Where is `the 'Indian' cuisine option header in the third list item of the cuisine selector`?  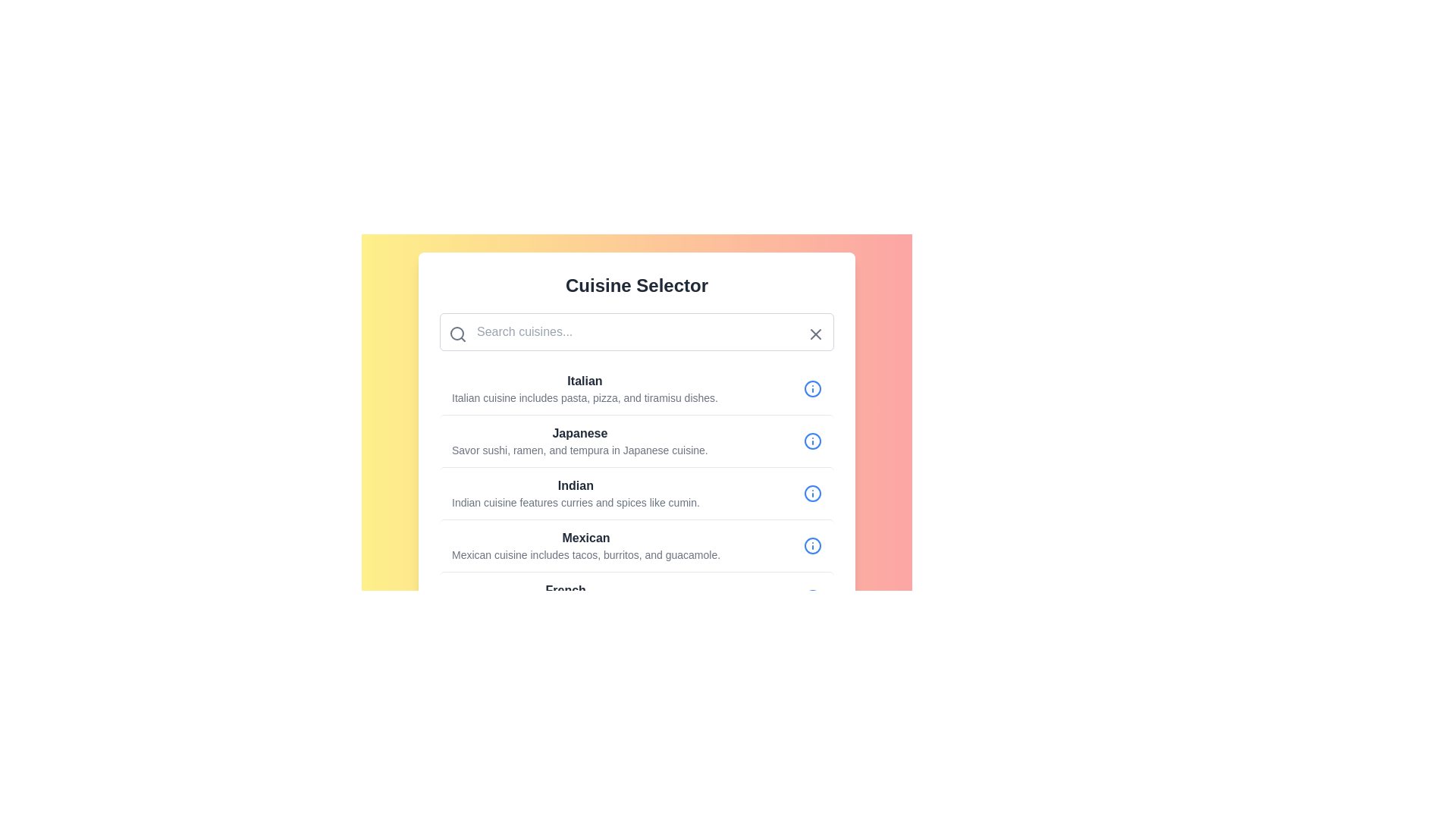 the 'Indian' cuisine option header in the third list item of the cuisine selector is located at coordinates (575, 485).